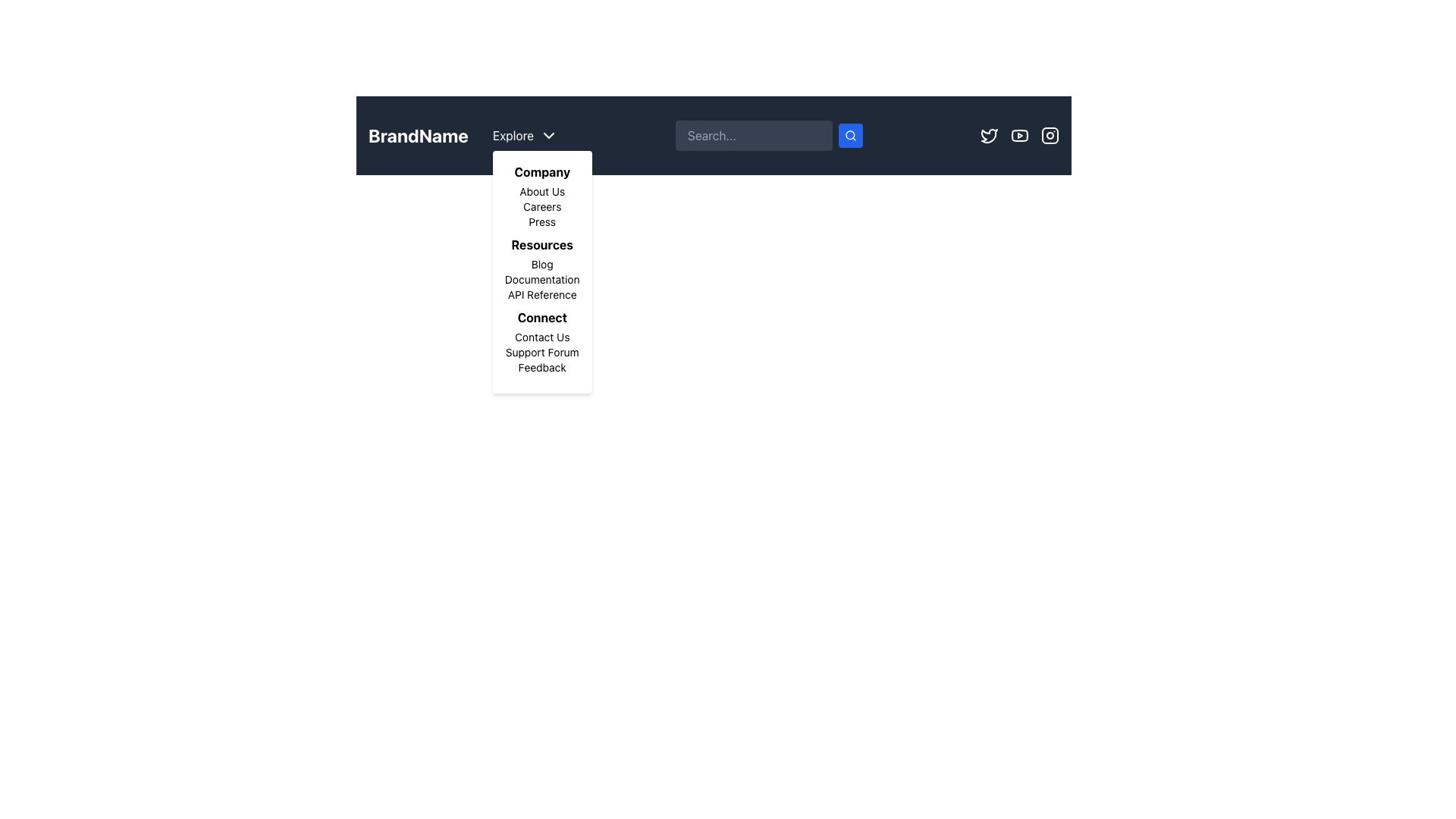 This screenshot has width=1456, height=819. Describe the element at coordinates (990, 134) in the screenshot. I see `the Twitter icon button located in the top-right corner of the dark navigation bar, which is styled as a vector graphic bird with a sleek curved outline` at that location.